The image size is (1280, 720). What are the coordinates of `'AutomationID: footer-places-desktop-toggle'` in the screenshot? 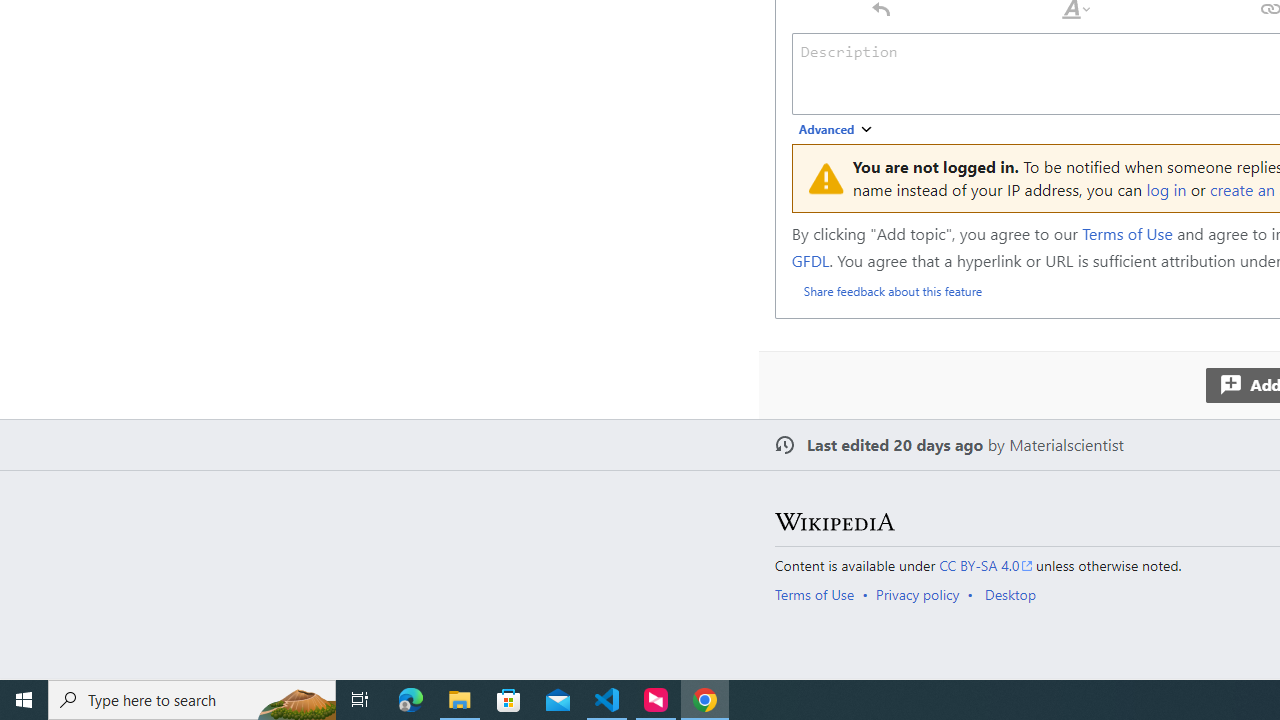 It's located at (1014, 593).